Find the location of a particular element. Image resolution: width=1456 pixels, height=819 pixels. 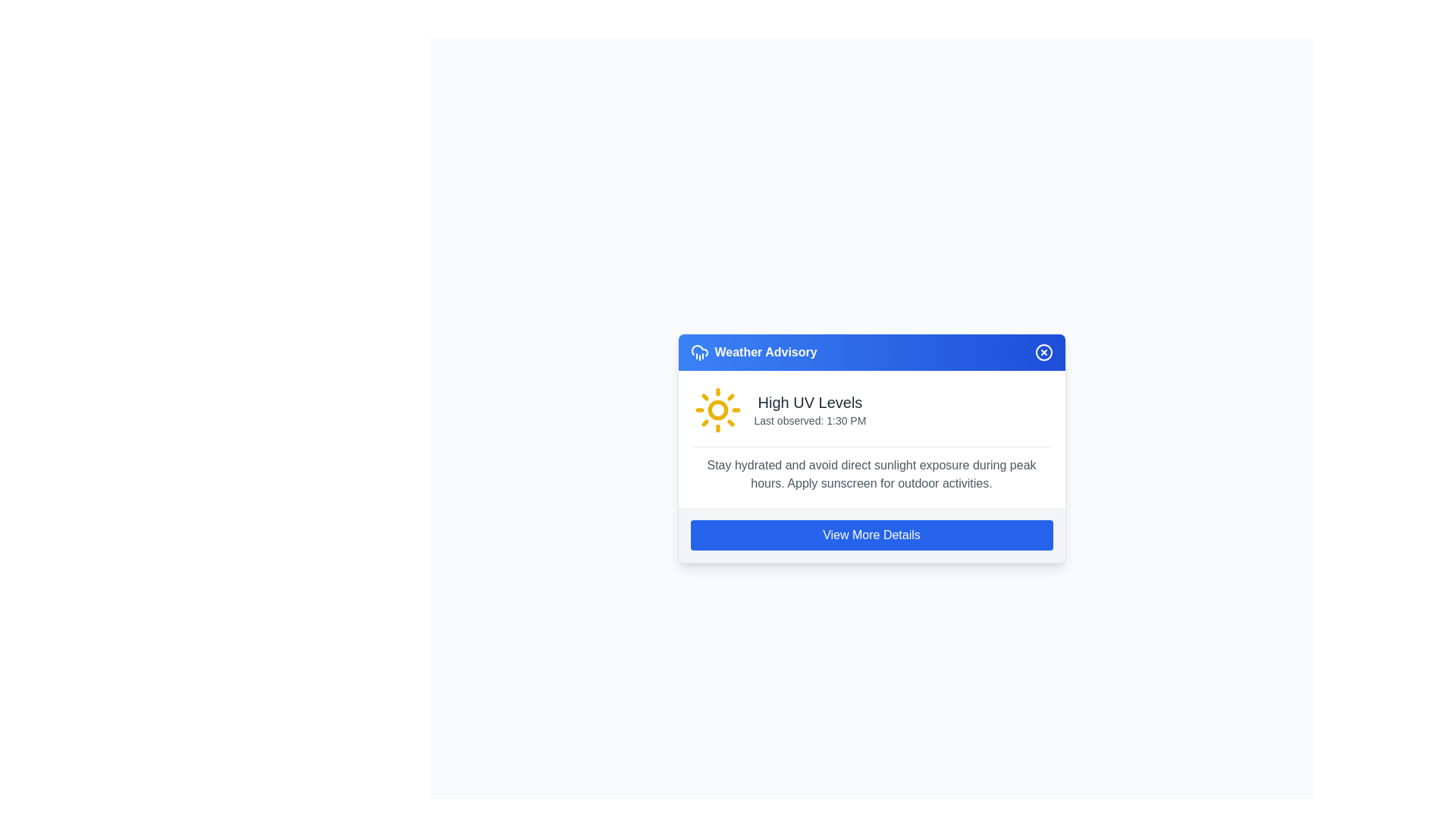

the button located at the top-right corner of the 'Weather Advisory' notification is located at coordinates (1043, 352).